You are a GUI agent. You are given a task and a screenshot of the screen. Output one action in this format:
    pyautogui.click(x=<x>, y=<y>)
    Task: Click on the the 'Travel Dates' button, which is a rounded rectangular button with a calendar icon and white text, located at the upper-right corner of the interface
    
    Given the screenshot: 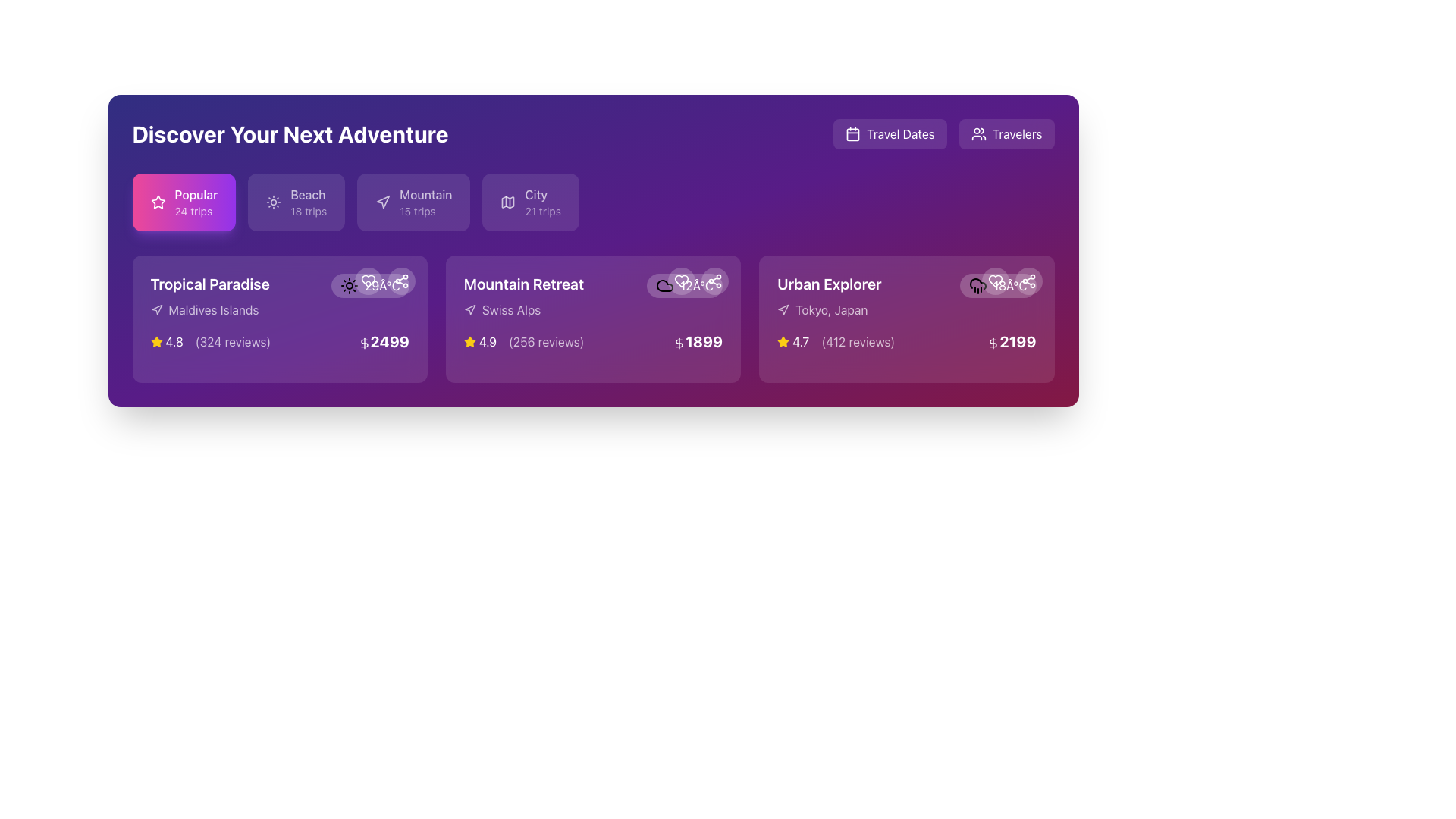 What is the action you would take?
    pyautogui.click(x=890, y=133)
    